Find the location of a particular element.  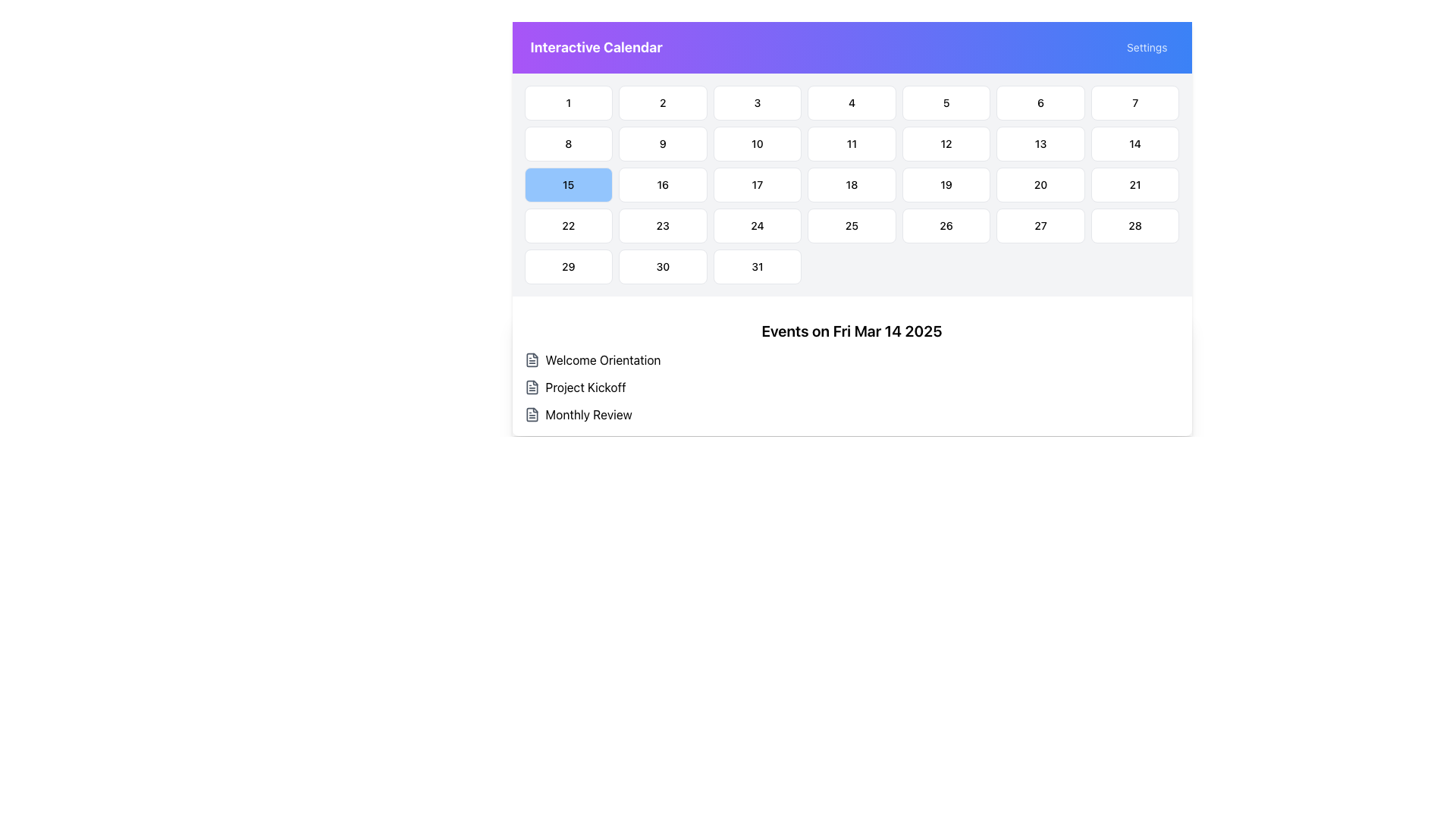

the Calendar day cell displaying the number '11', which is styled with a white background and rounded corners, located in the grid of the Interactive Calendar is located at coordinates (852, 143).